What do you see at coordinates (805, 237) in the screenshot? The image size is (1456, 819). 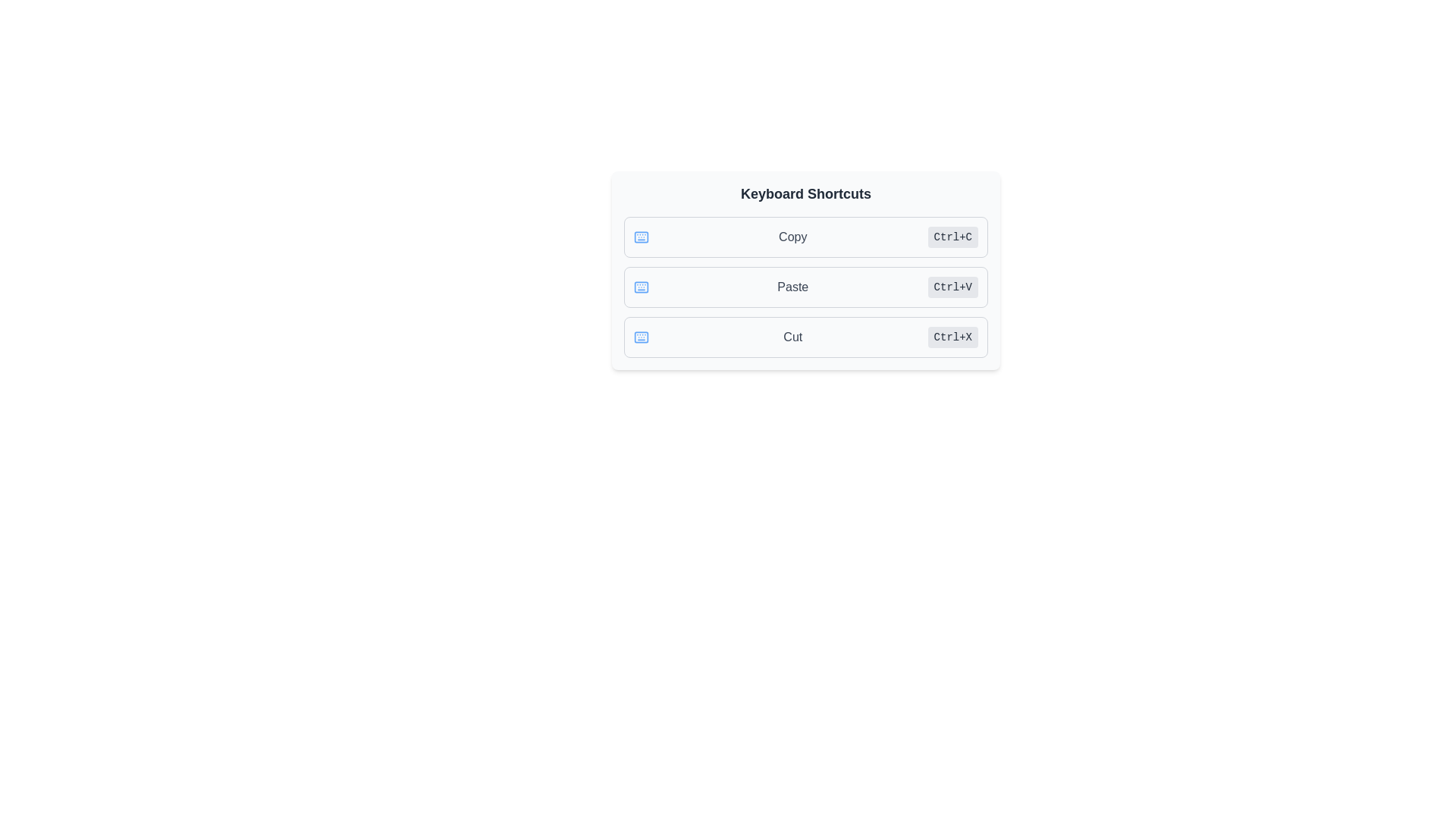 I see `the 'Copy' button, which is a horizontal bar with a light gray background, a blue keyboard icon on the left, and the text 'Copy' in dark gray at the center` at bounding box center [805, 237].